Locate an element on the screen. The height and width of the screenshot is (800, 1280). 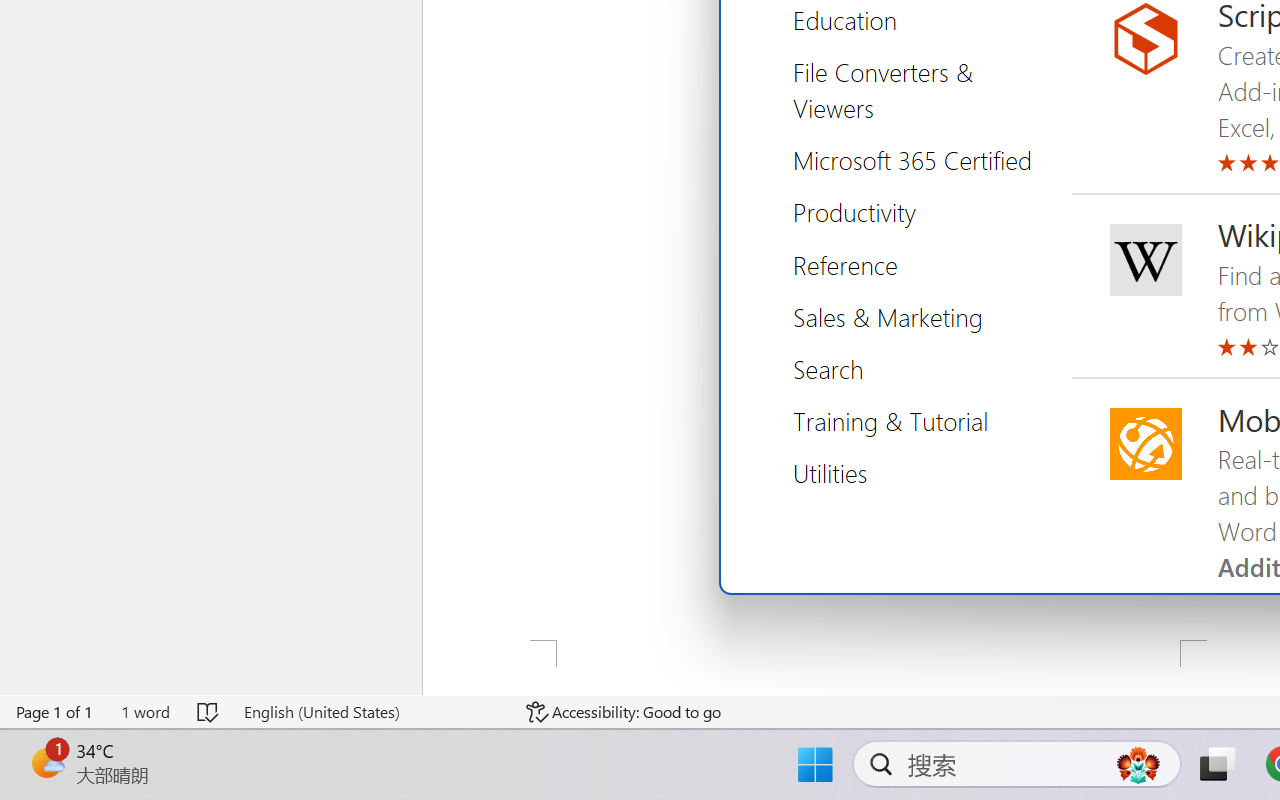
'AutomationID: DynamicSearchBoxGleamImage' is located at coordinates (1138, 764).